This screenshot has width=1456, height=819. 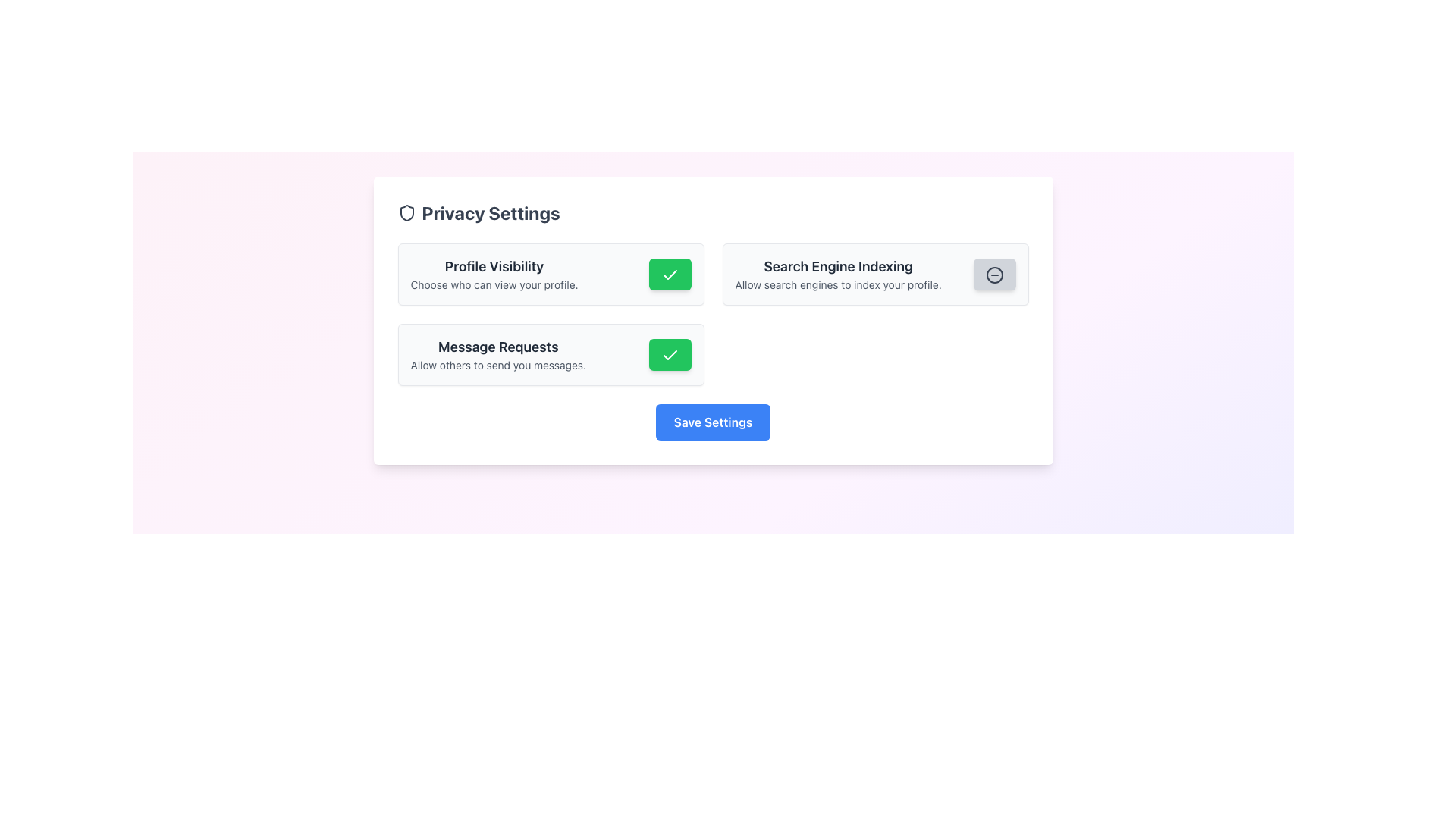 What do you see at coordinates (669, 355) in the screenshot?
I see `the visual confirmation icon for 'Message Requests' under 'Privacy Settings' to indicate that the setting is enabled` at bounding box center [669, 355].